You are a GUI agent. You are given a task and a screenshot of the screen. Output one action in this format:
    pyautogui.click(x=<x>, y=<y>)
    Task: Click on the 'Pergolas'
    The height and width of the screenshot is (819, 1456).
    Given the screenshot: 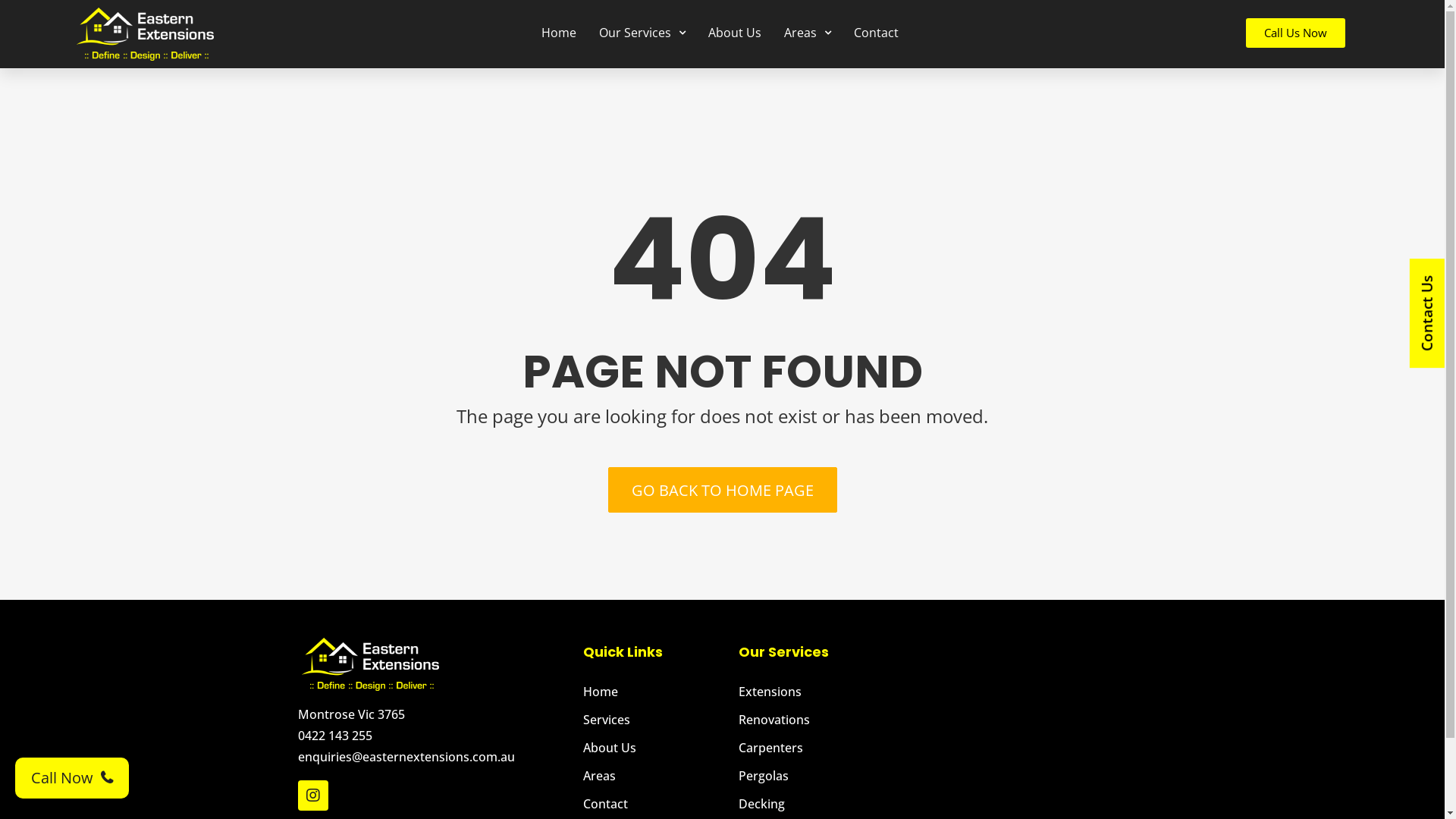 What is the action you would take?
    pyautogui.click(x=812, y=775)
    